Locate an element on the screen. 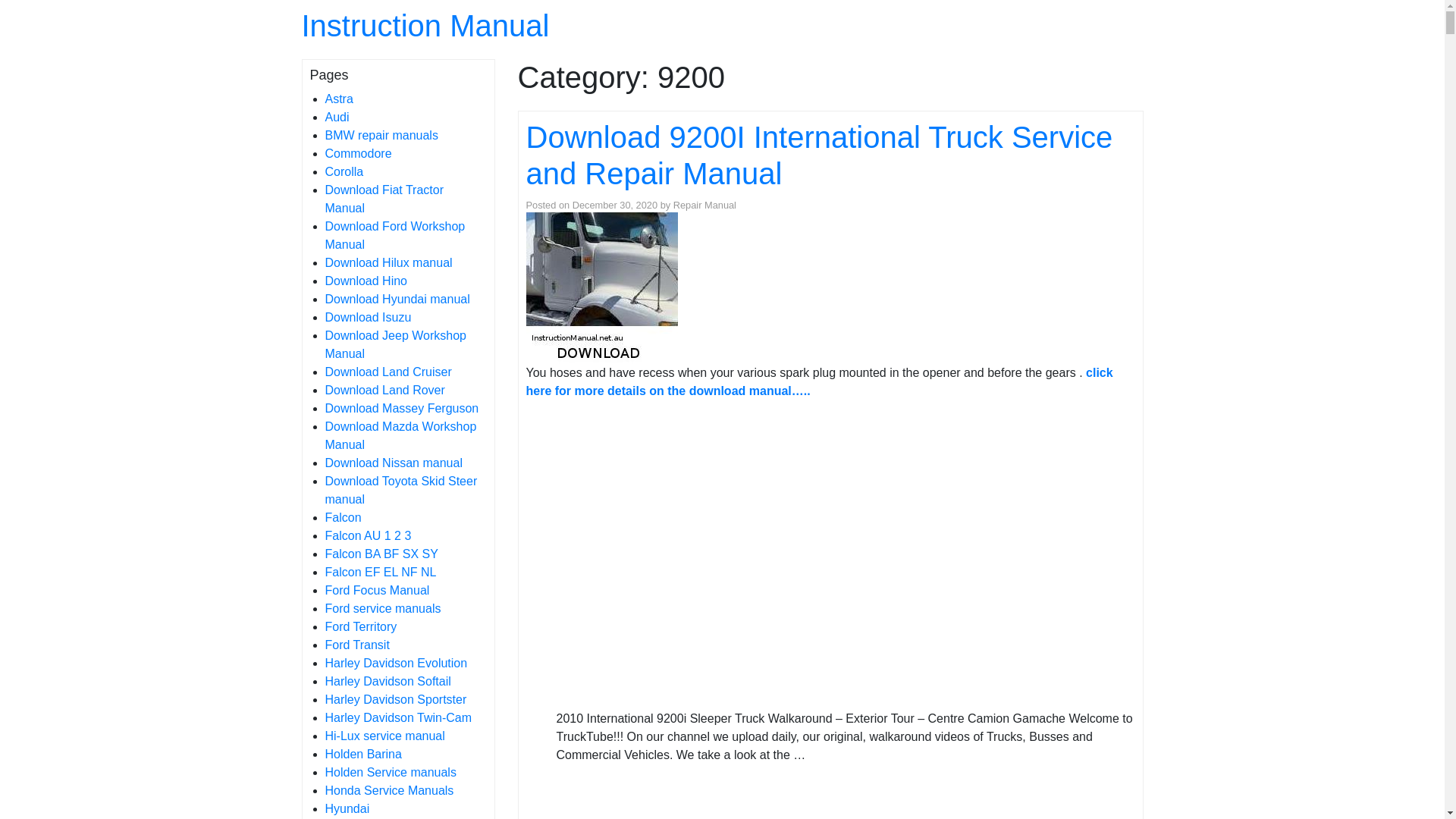 The image size is (1456, 819). 'Download Jeep Workshop Manual' is located at coordinates (323, 344).